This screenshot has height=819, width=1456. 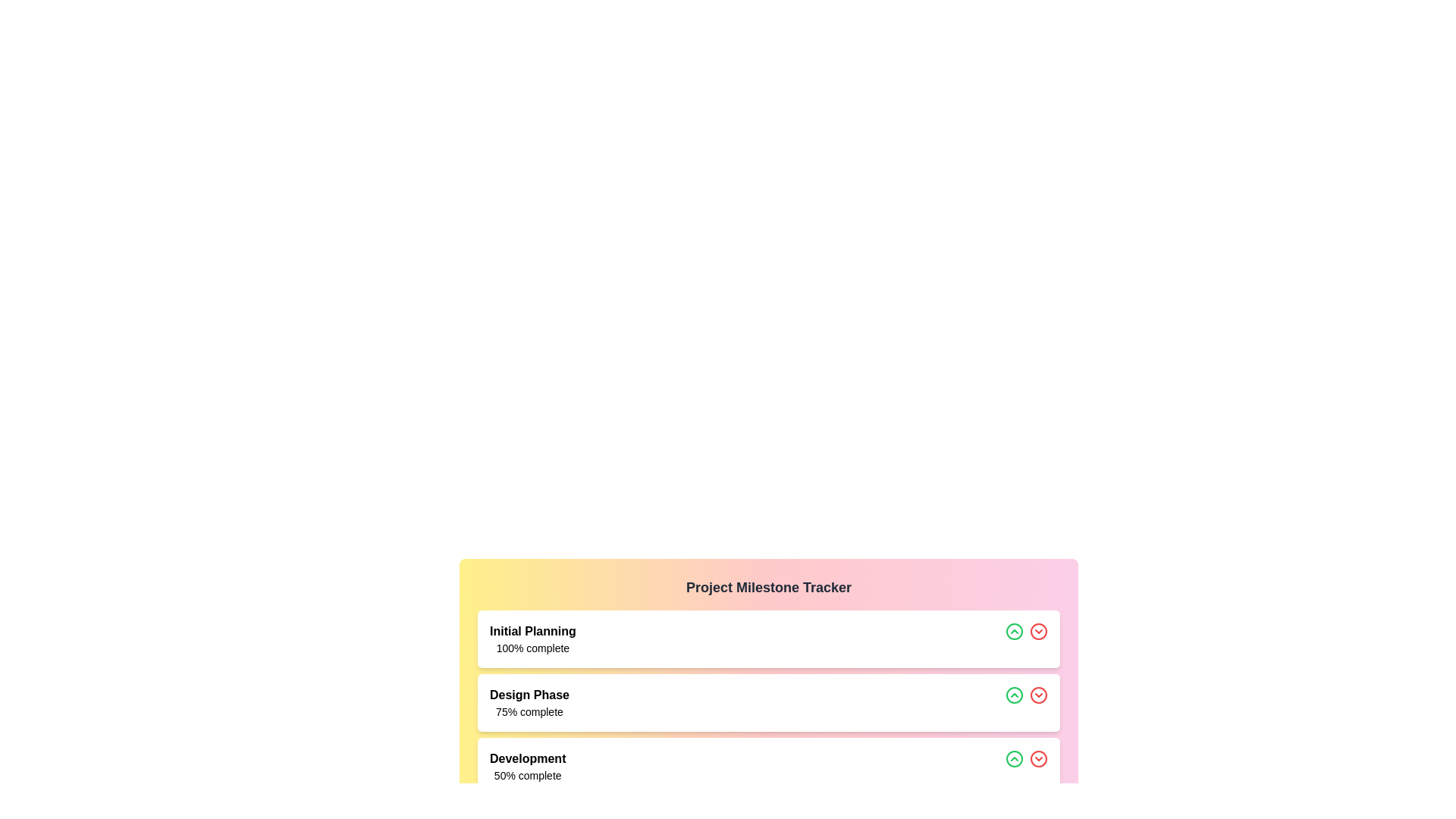 What do you see at coordinates (1026, 766) in the screenshot?
I see `the upward chevron button located at the far right of the 'Development 50% complete' section` at bounding box center [1026, 766].